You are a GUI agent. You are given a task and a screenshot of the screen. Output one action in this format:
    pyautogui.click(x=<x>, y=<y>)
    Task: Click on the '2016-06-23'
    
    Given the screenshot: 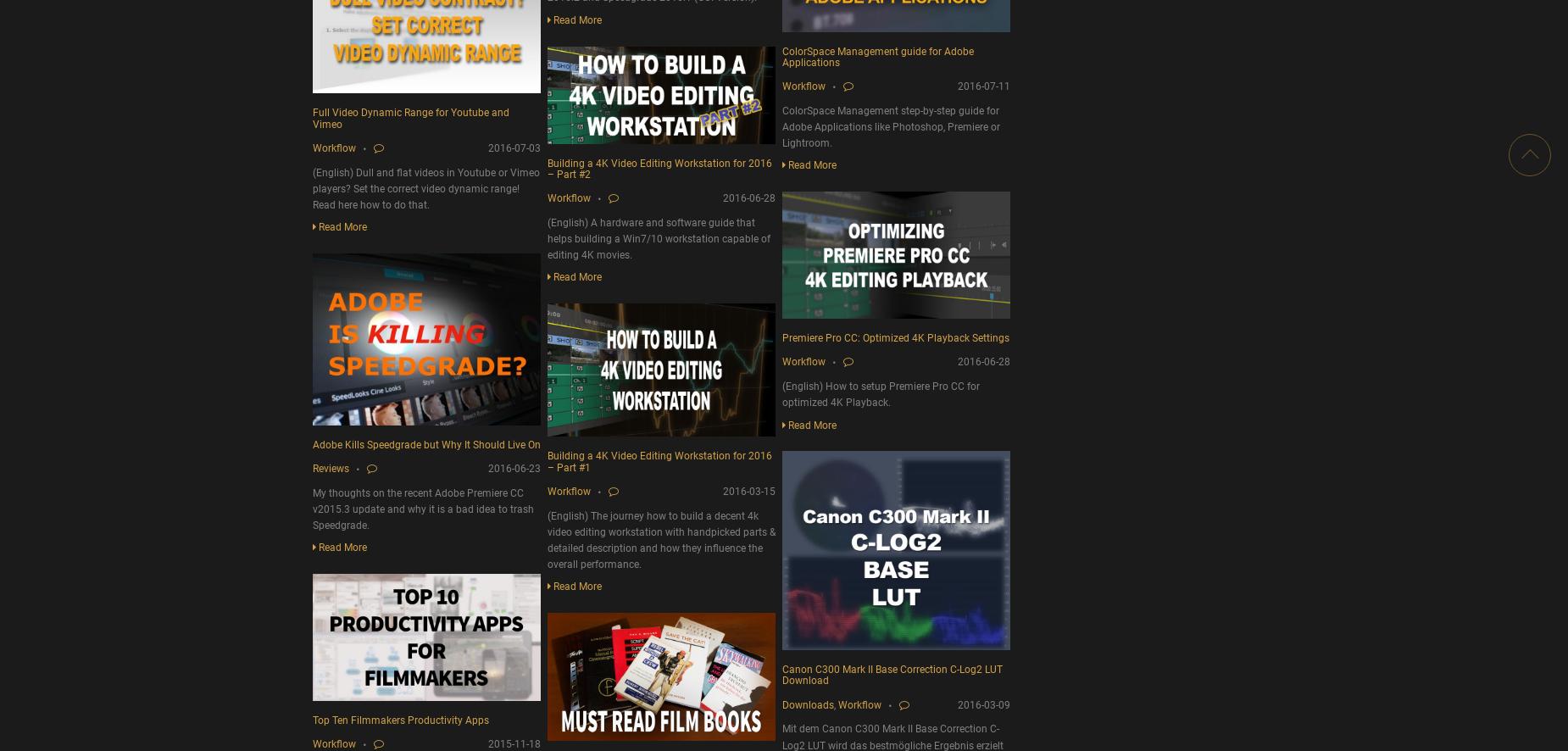 What is the action you would take?
    pyautogui.click(x=514, y=467)
    